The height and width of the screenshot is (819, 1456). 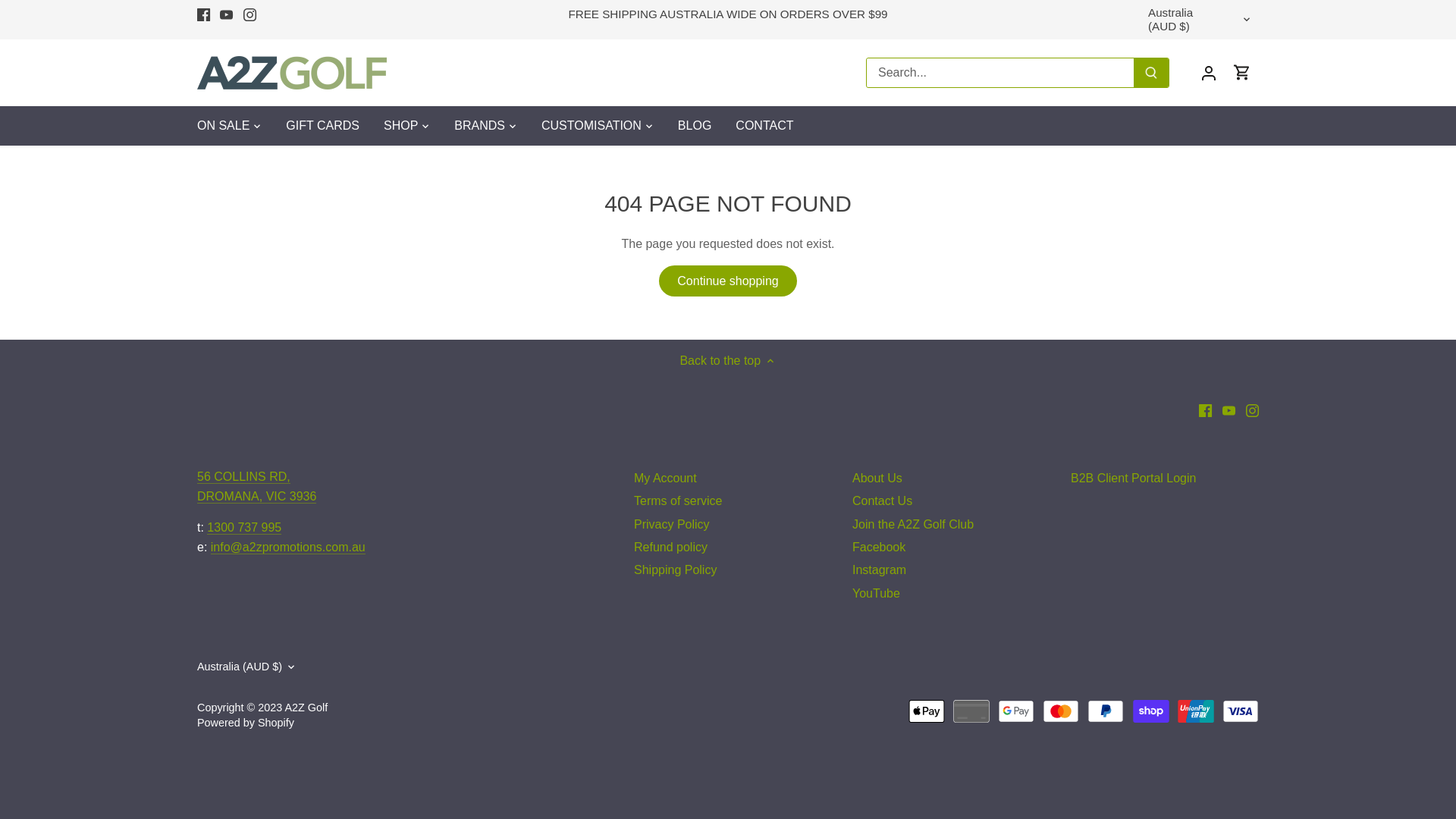 I want to click on 'My Account', so click(x=665, y=479).